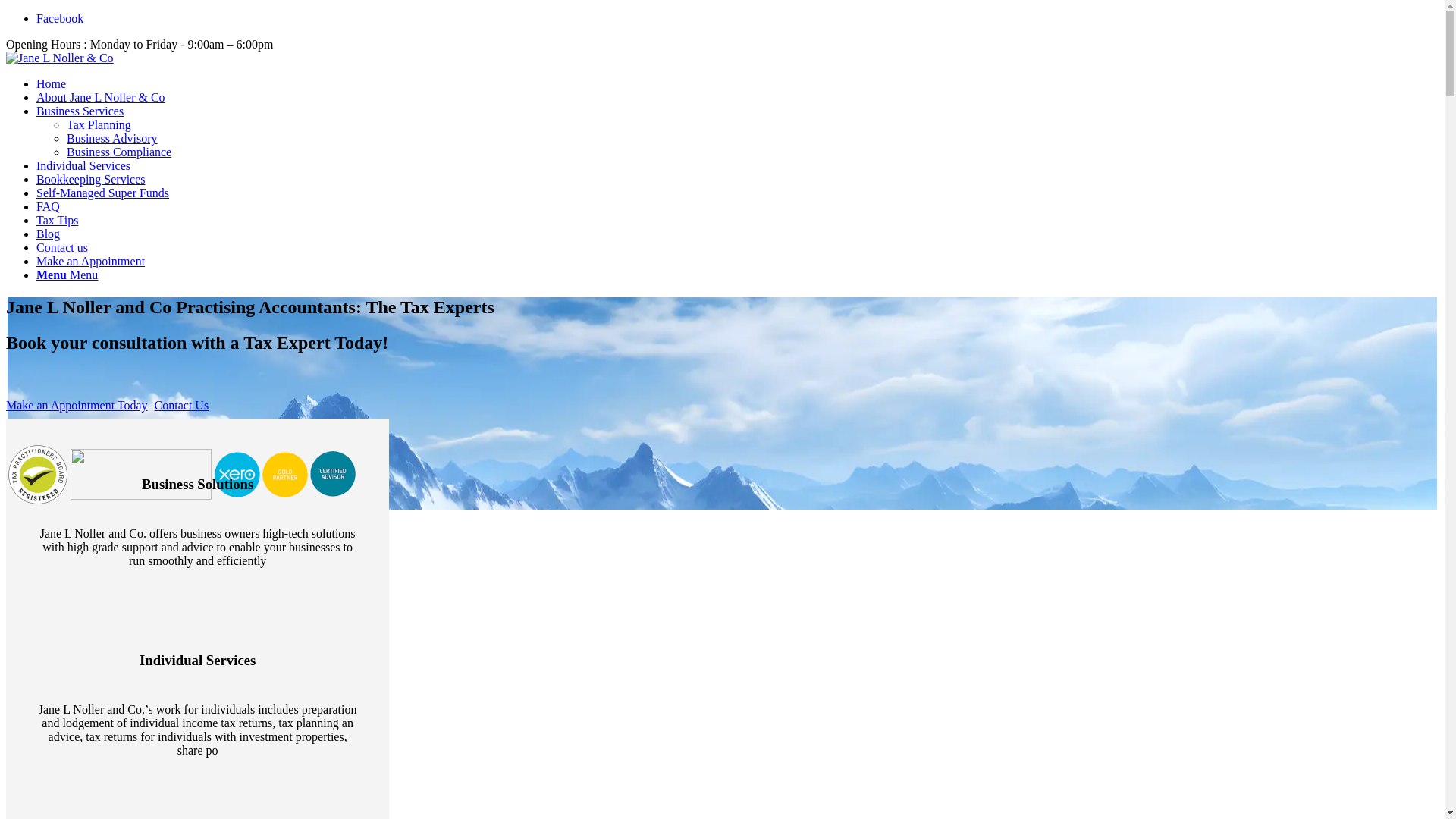  What do you see at coordinates (51, 83) in the screenshot?
I see `'Home'` at bounding box center [51, 83].